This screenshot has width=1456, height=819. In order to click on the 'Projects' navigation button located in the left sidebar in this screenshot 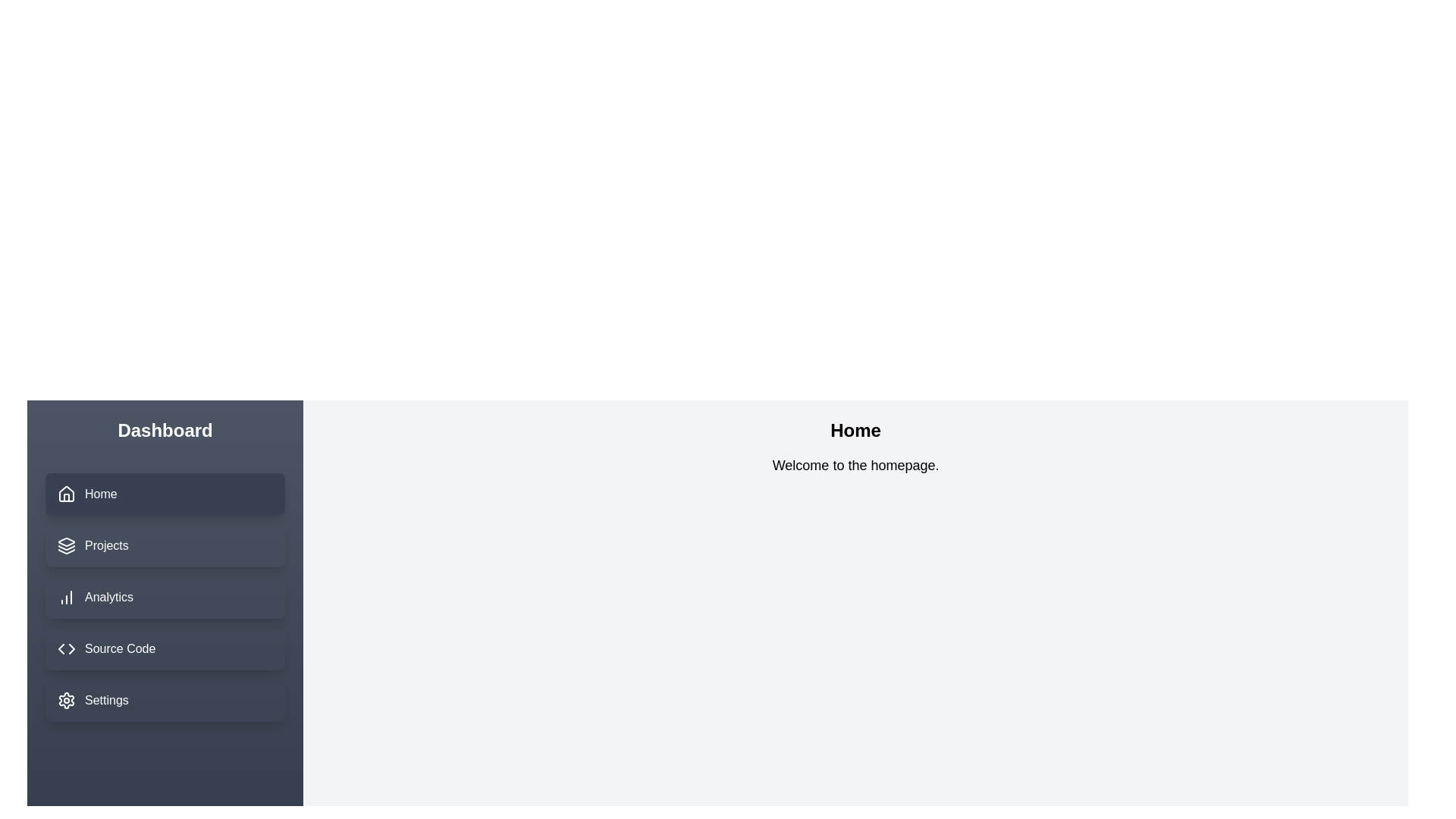, I will do `click(165, 546)`.